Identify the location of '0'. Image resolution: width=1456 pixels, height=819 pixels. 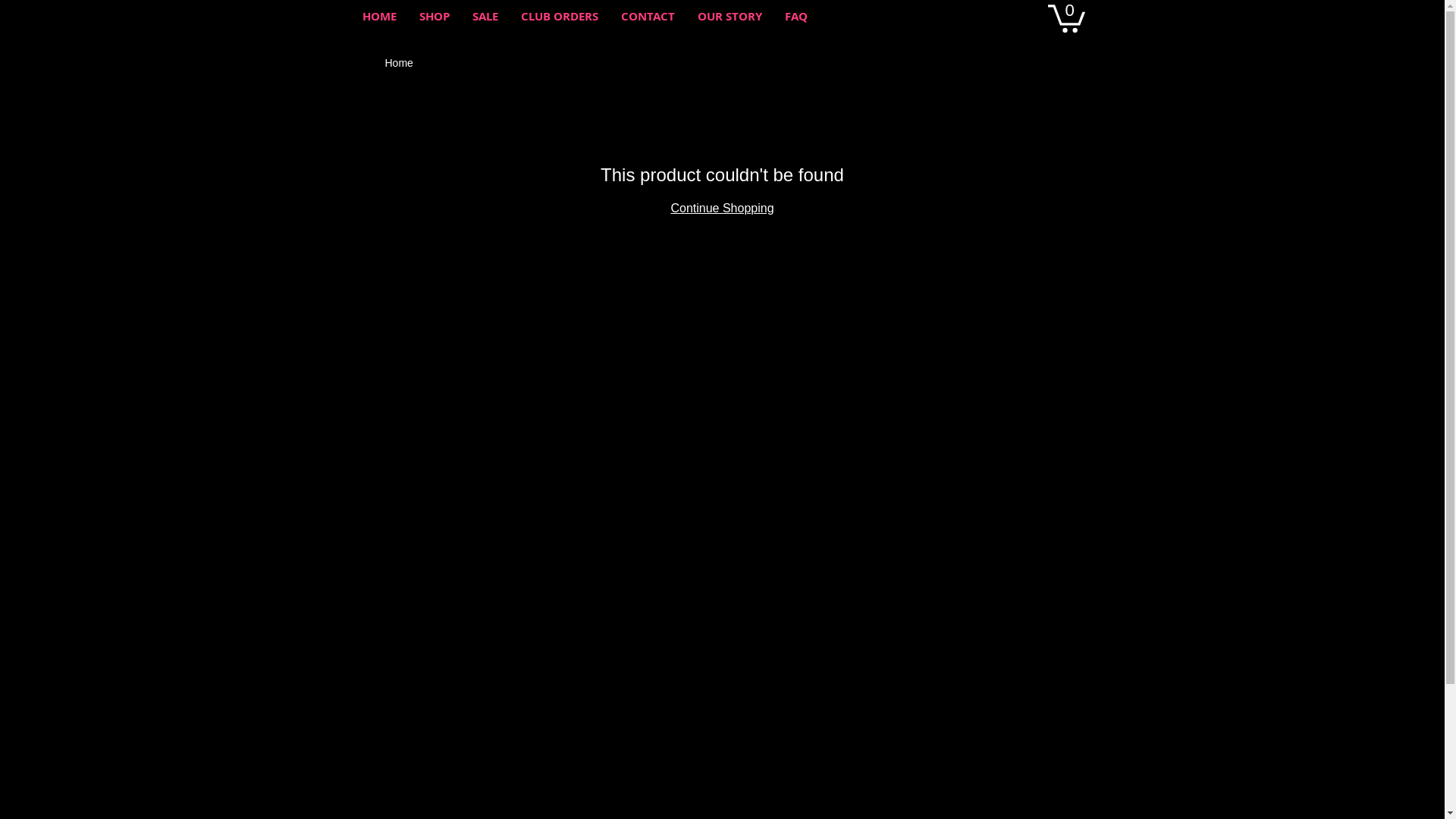
(1065, 17).